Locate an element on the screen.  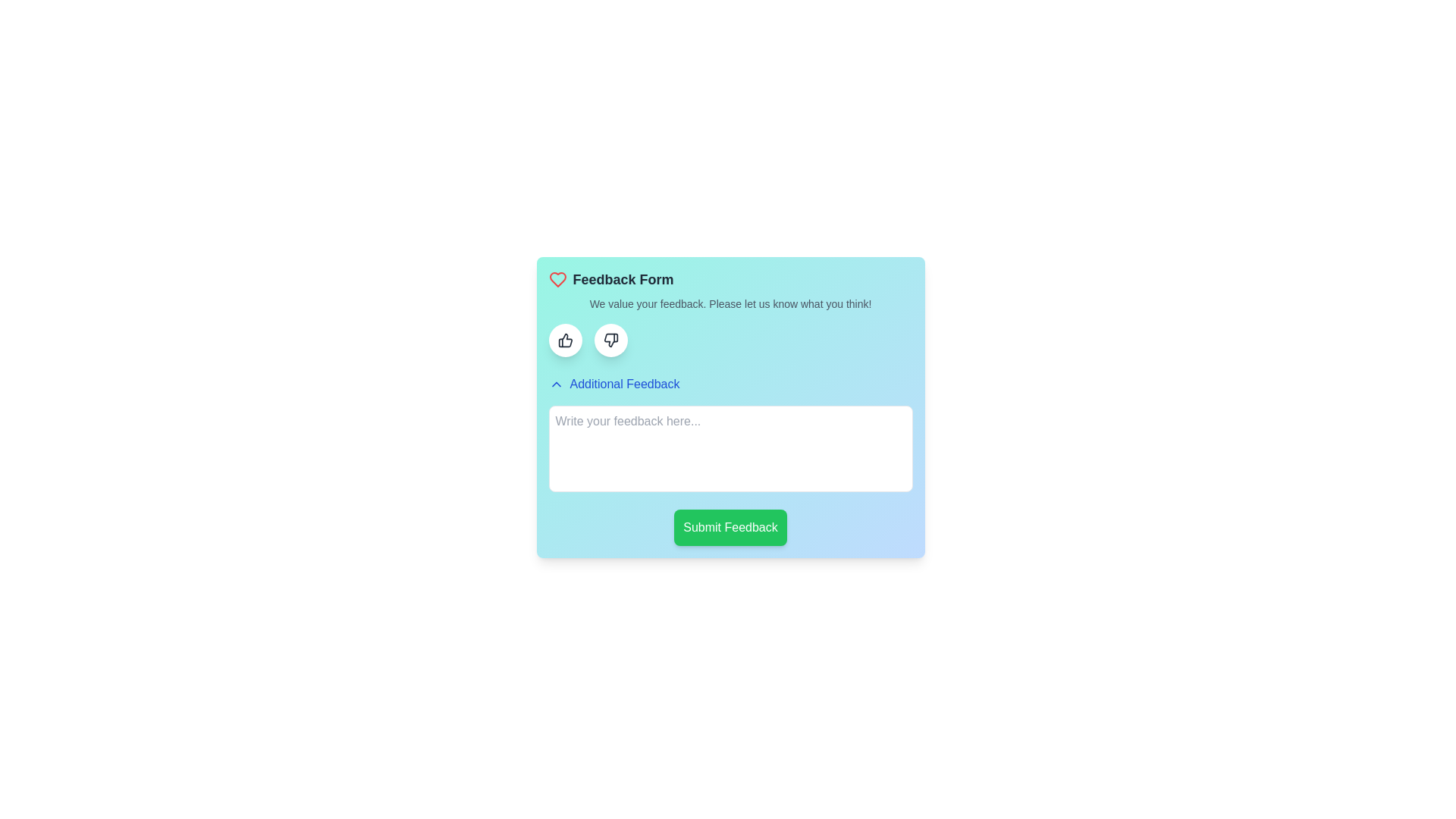
the circular thumbs-up button with a white background and black outline is located at coordinates (564, 339).